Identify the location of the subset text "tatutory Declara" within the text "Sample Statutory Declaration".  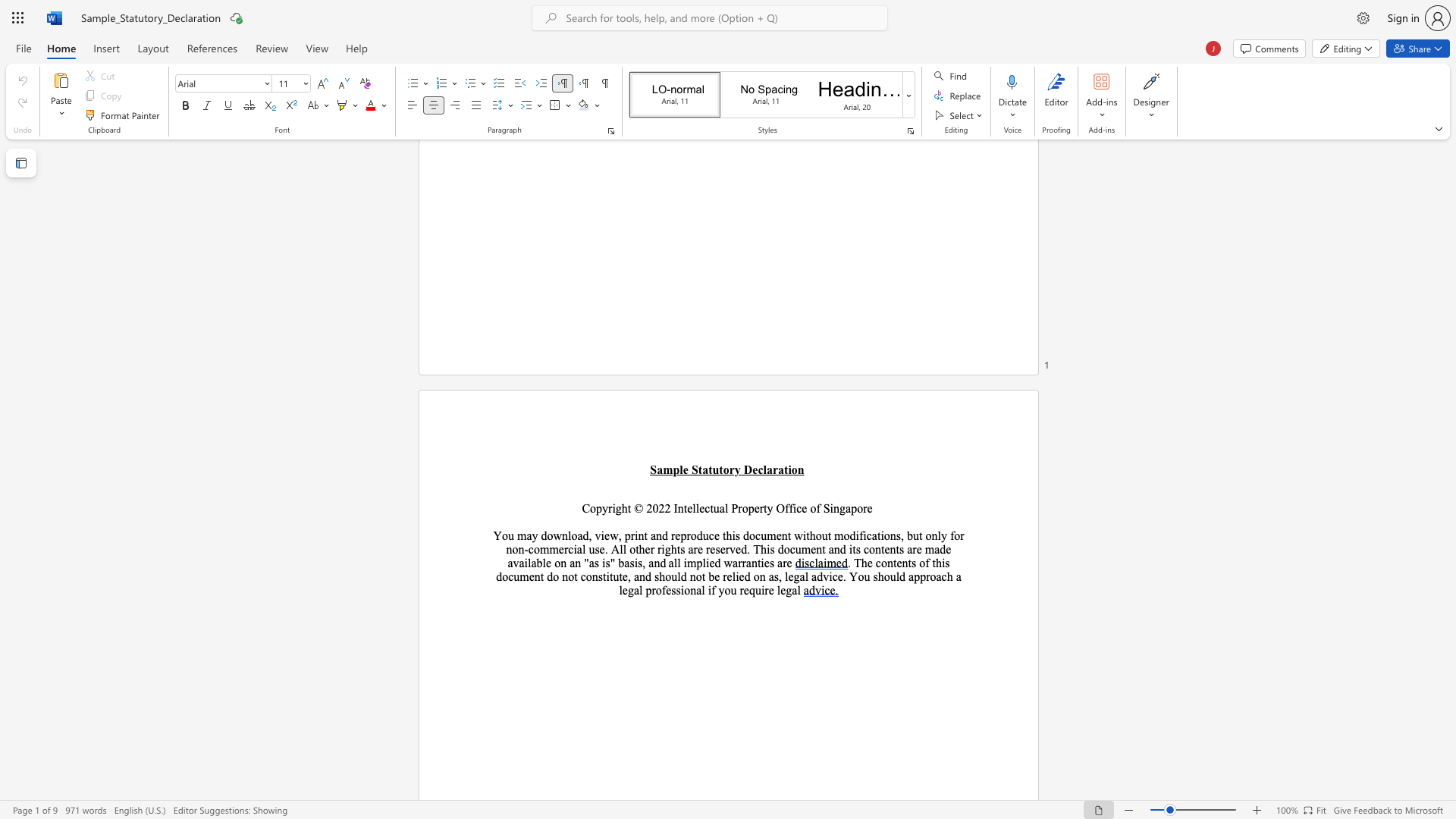
(697, 469).